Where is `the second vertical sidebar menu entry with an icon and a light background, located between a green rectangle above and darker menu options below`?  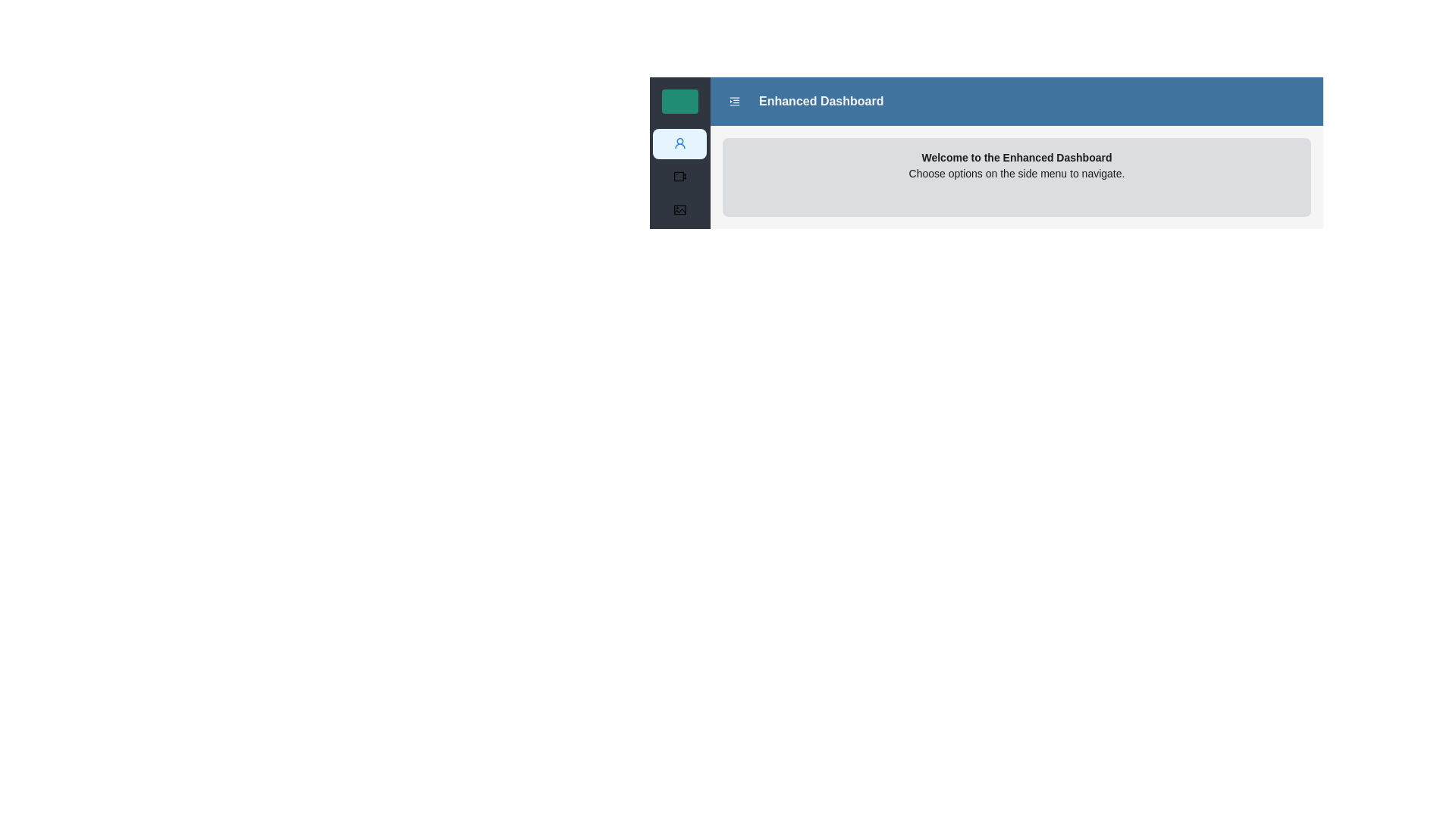 the second vertical sidebar menu entry with an icon and a light background, located between a green rectangle above and darker menu options below is located at coordinates (679, 152).